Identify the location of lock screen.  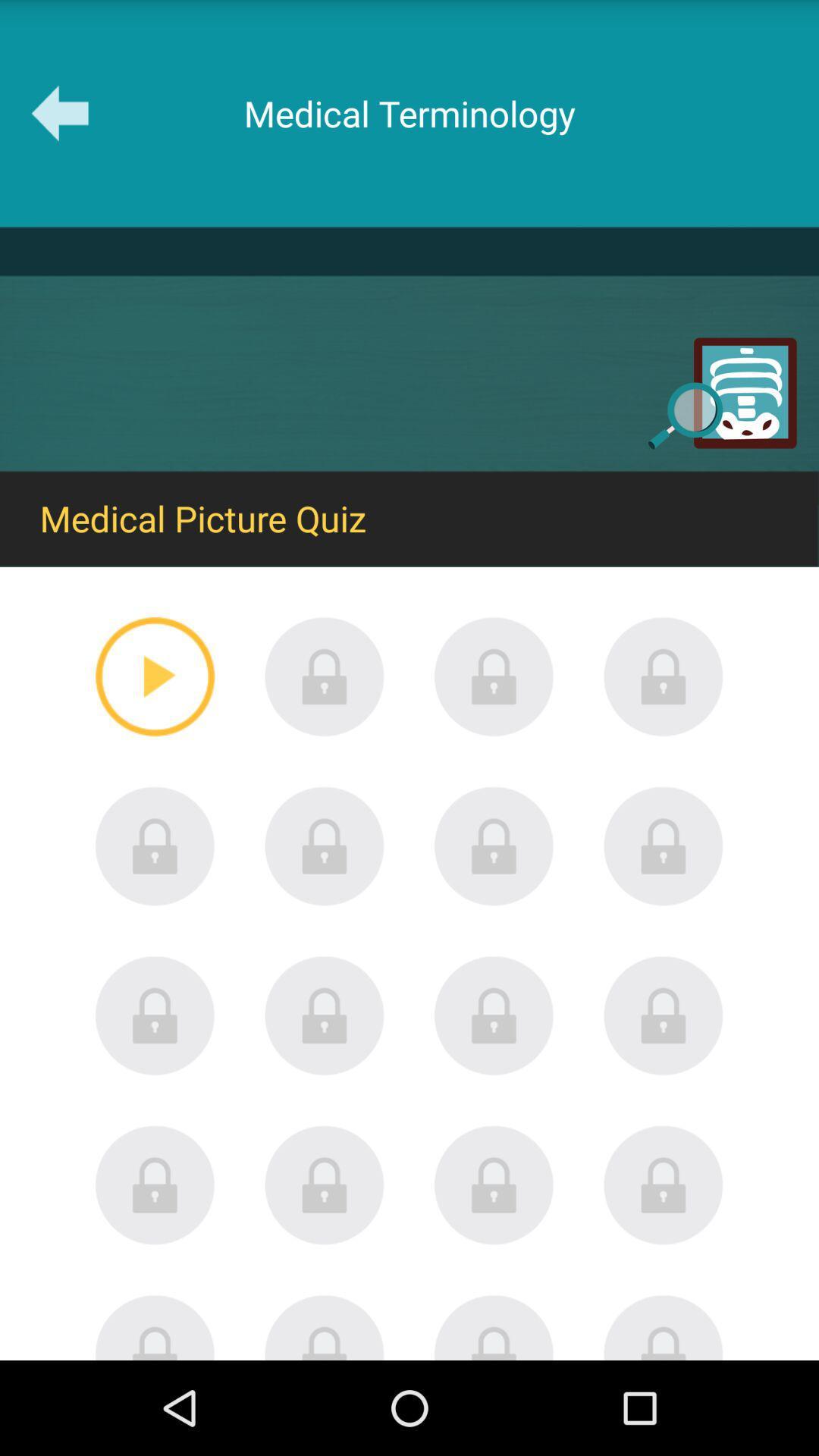
(324, 1185).